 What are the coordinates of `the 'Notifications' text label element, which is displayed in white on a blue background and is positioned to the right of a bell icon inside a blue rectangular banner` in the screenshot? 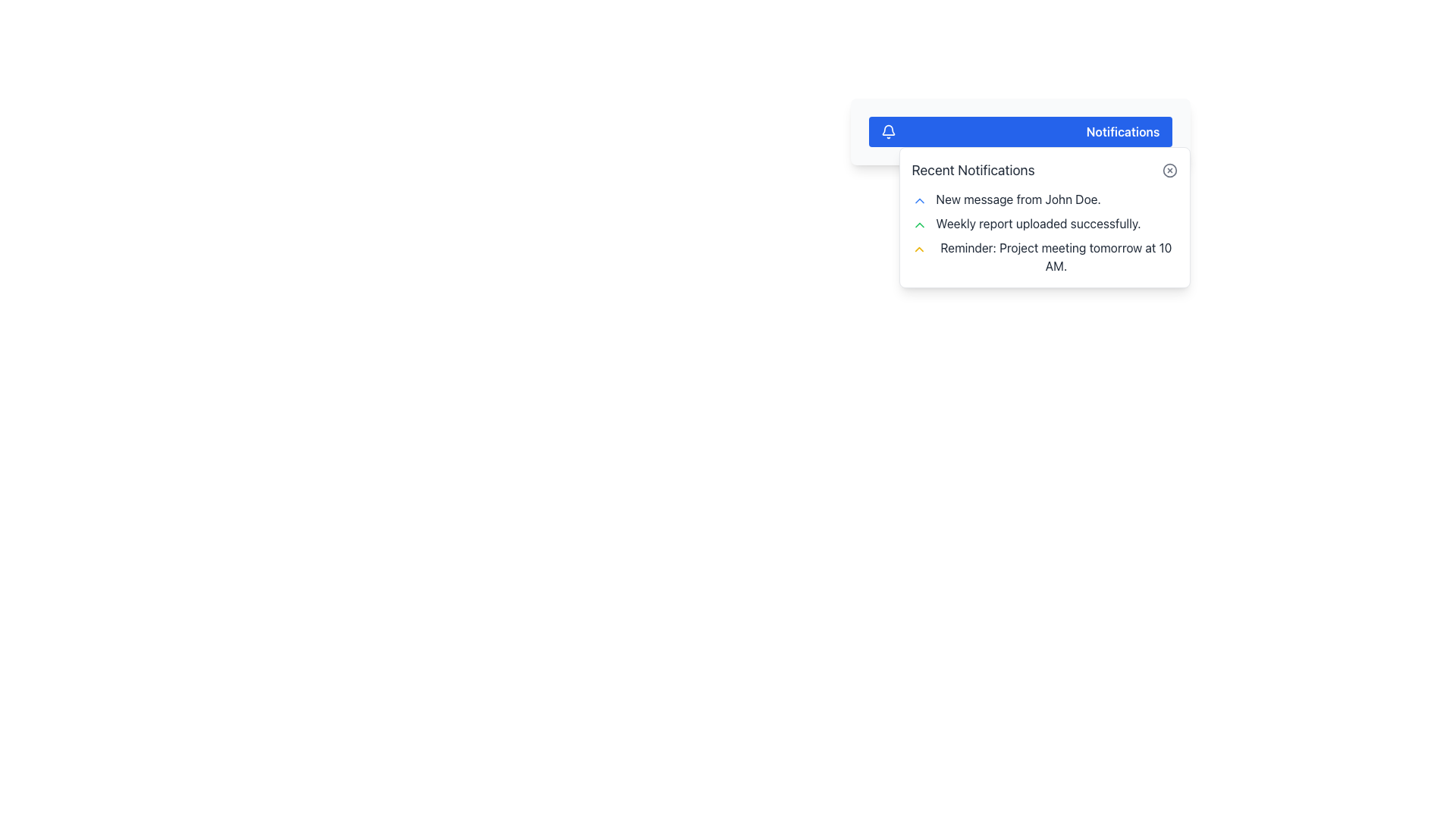 It's located at (1123, 130).